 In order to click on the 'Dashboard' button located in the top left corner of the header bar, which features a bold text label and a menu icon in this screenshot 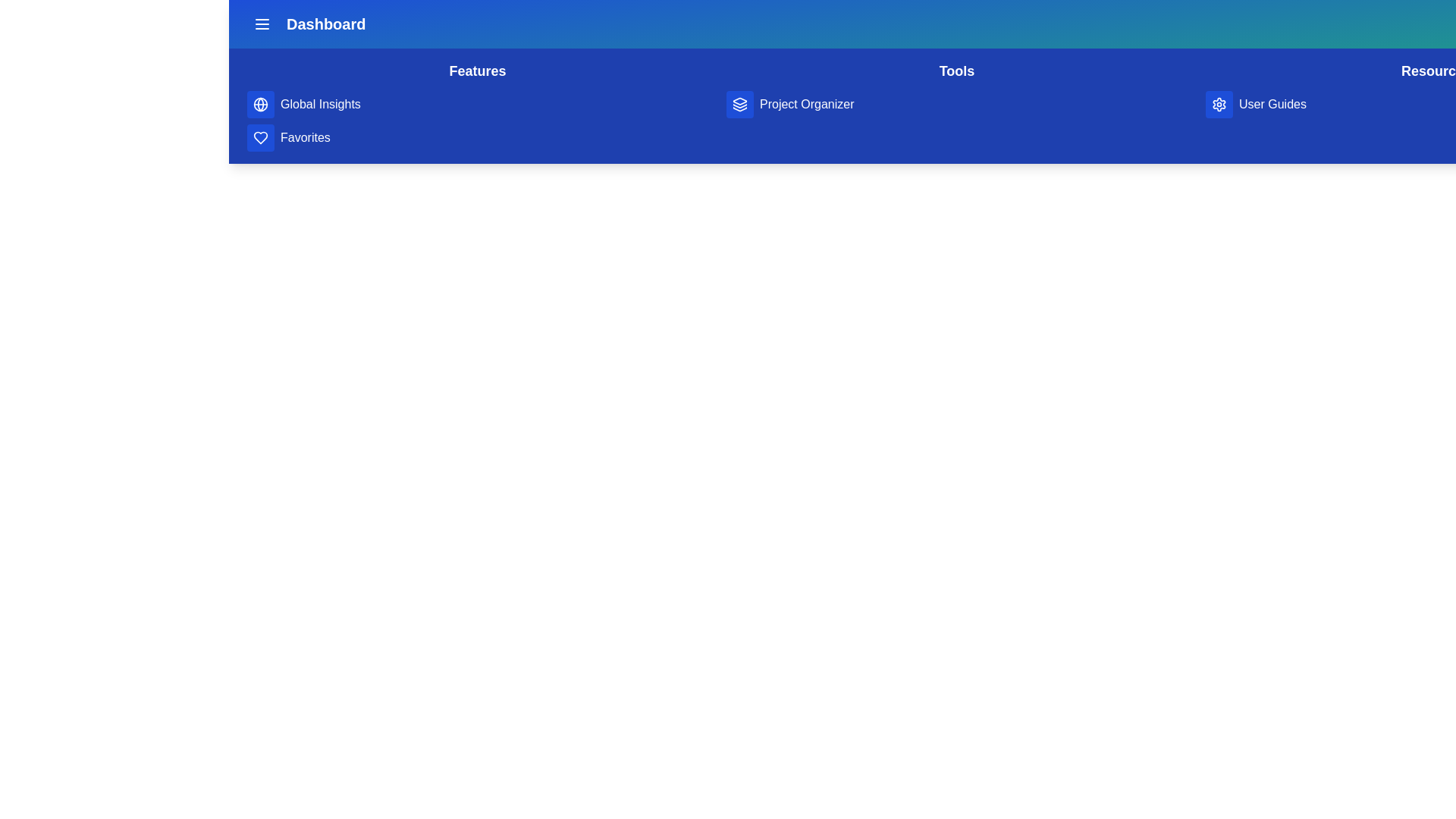, I will do `click(306, 24)`.